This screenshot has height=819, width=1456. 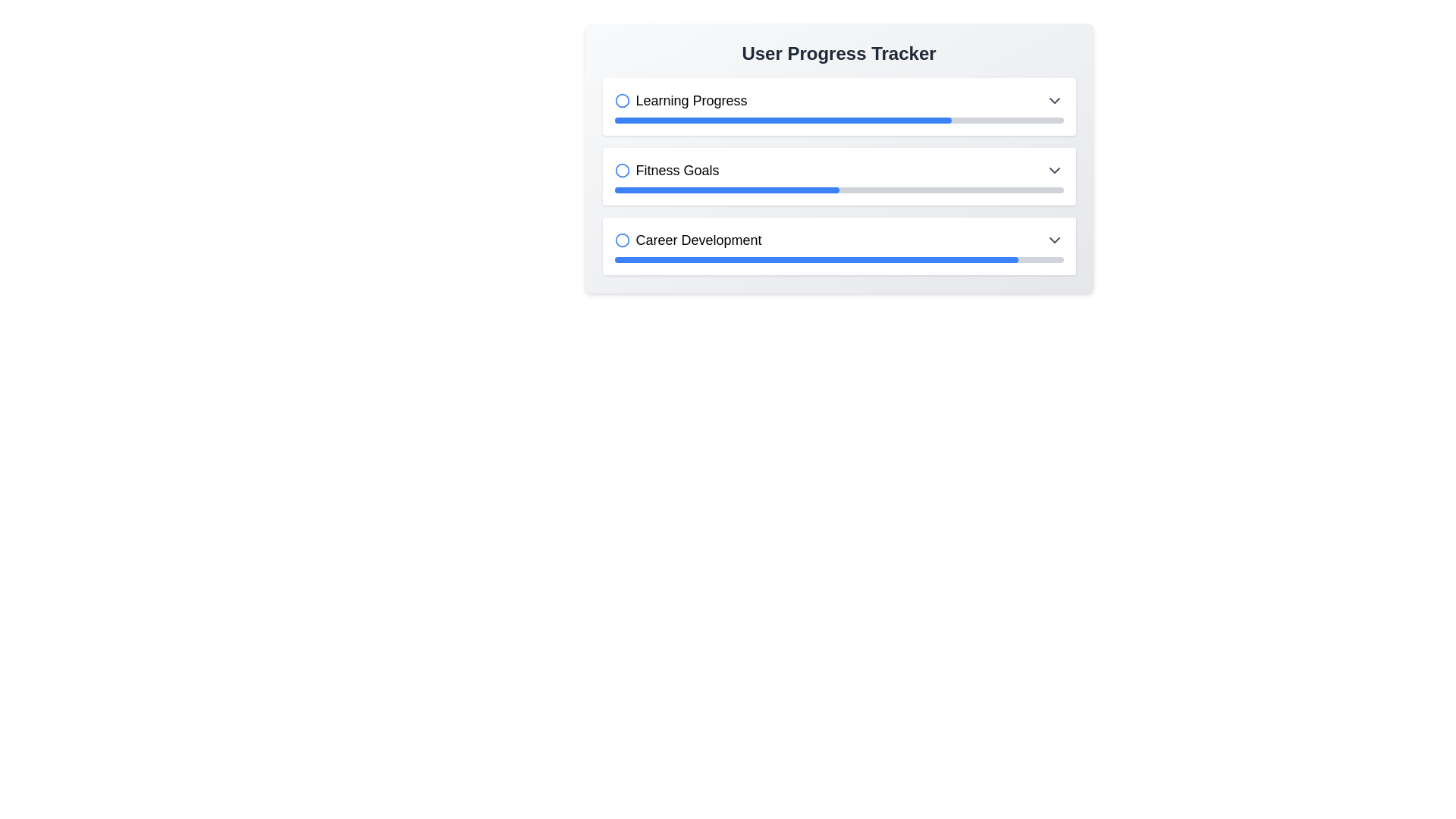 I want to click on the progress bar that visually represents the completion percentage of the 'Learning Progress' objective, located below the text label within the 'Learning Progress' card, so click(x=838, y=119).